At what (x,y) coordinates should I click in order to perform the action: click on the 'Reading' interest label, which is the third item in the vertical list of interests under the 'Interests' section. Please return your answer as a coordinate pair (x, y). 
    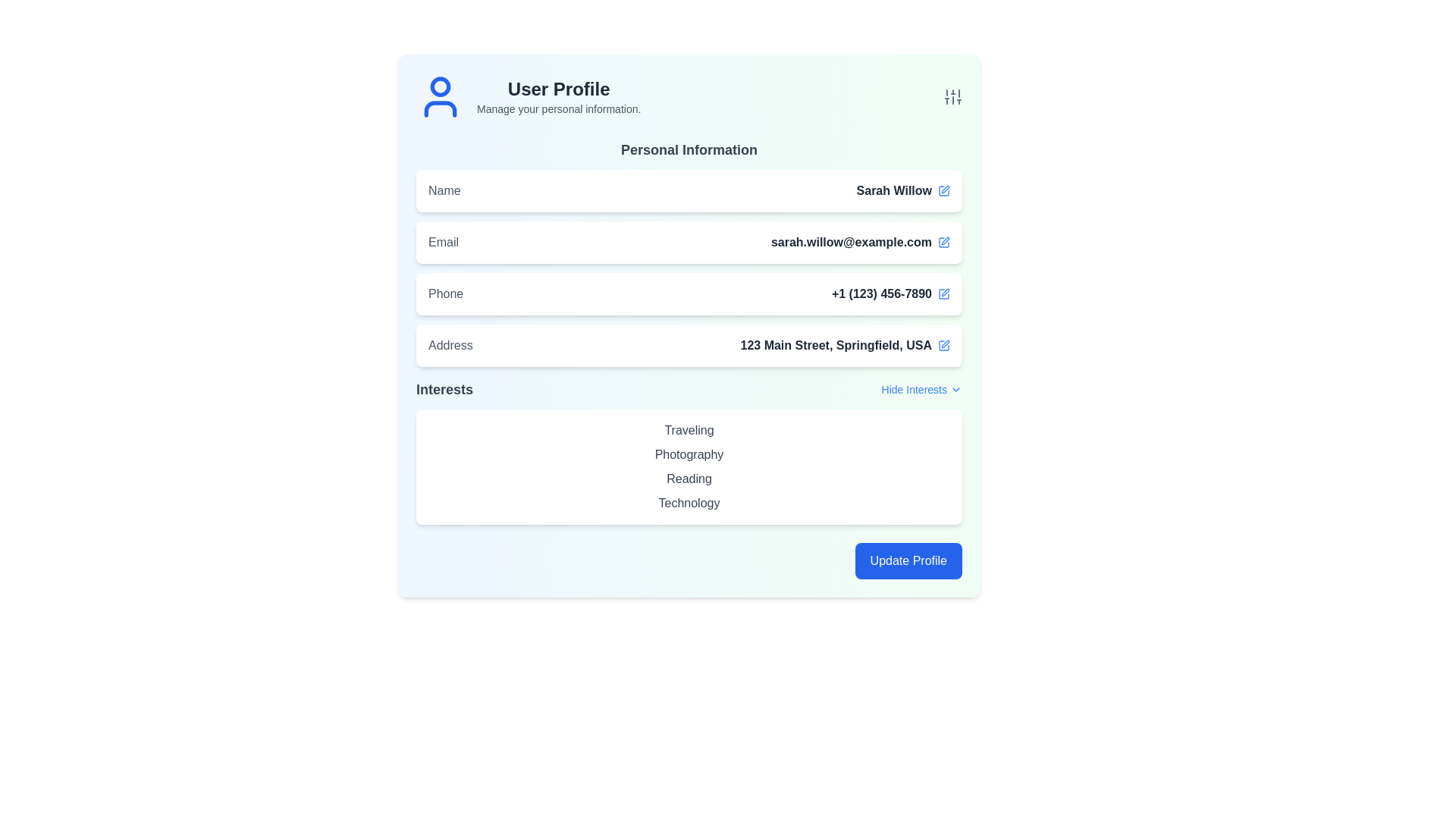
    Looking at the image, I should click on (688, 479).